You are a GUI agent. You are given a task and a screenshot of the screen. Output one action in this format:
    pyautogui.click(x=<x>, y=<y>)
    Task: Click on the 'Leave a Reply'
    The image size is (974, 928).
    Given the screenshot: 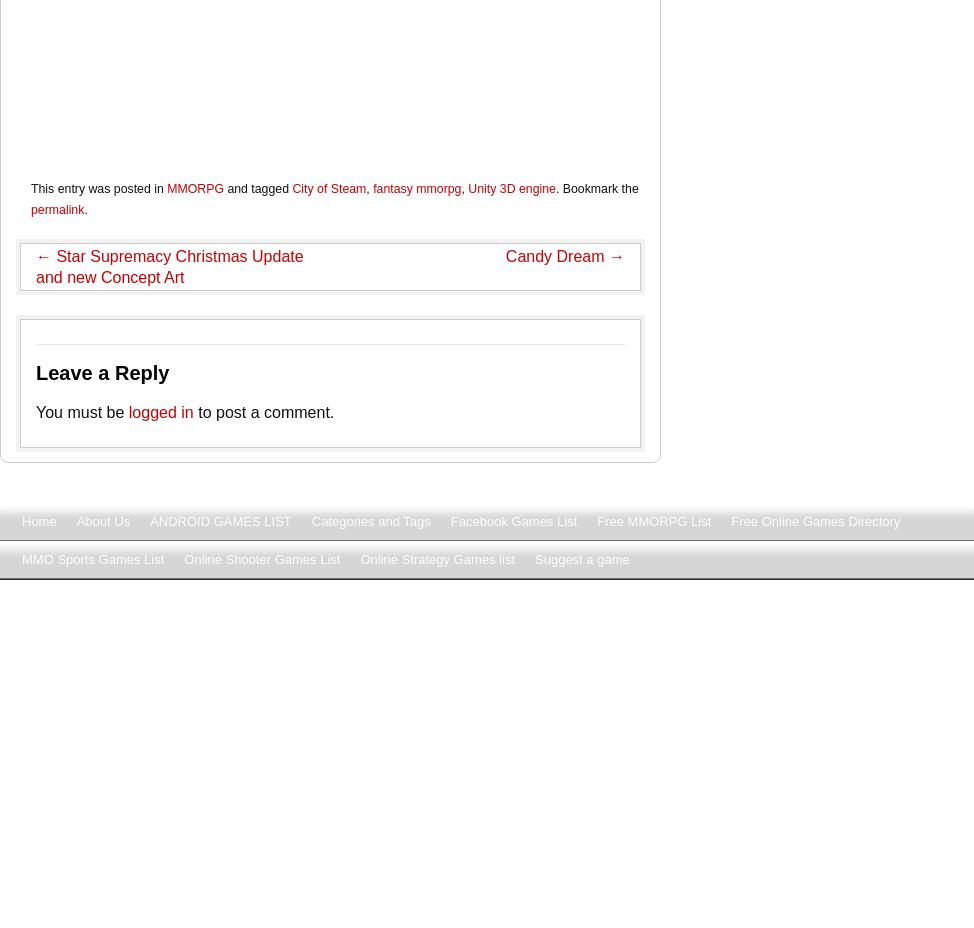 What is the action you would take?
    pyautogui.click(x=101, y=372)
    